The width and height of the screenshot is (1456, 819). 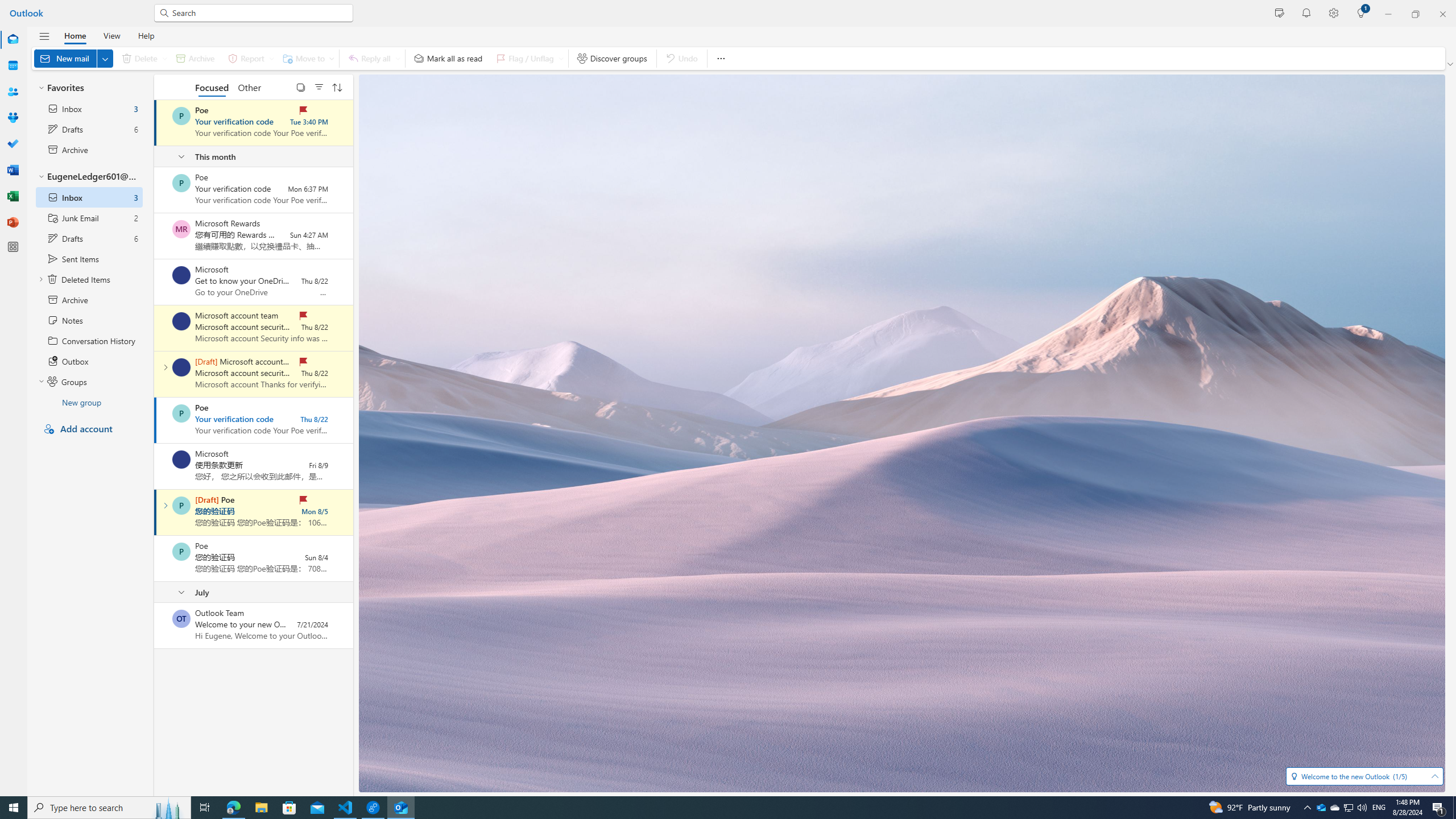 I want to click on 'Mail', so click(x=13, y=39).